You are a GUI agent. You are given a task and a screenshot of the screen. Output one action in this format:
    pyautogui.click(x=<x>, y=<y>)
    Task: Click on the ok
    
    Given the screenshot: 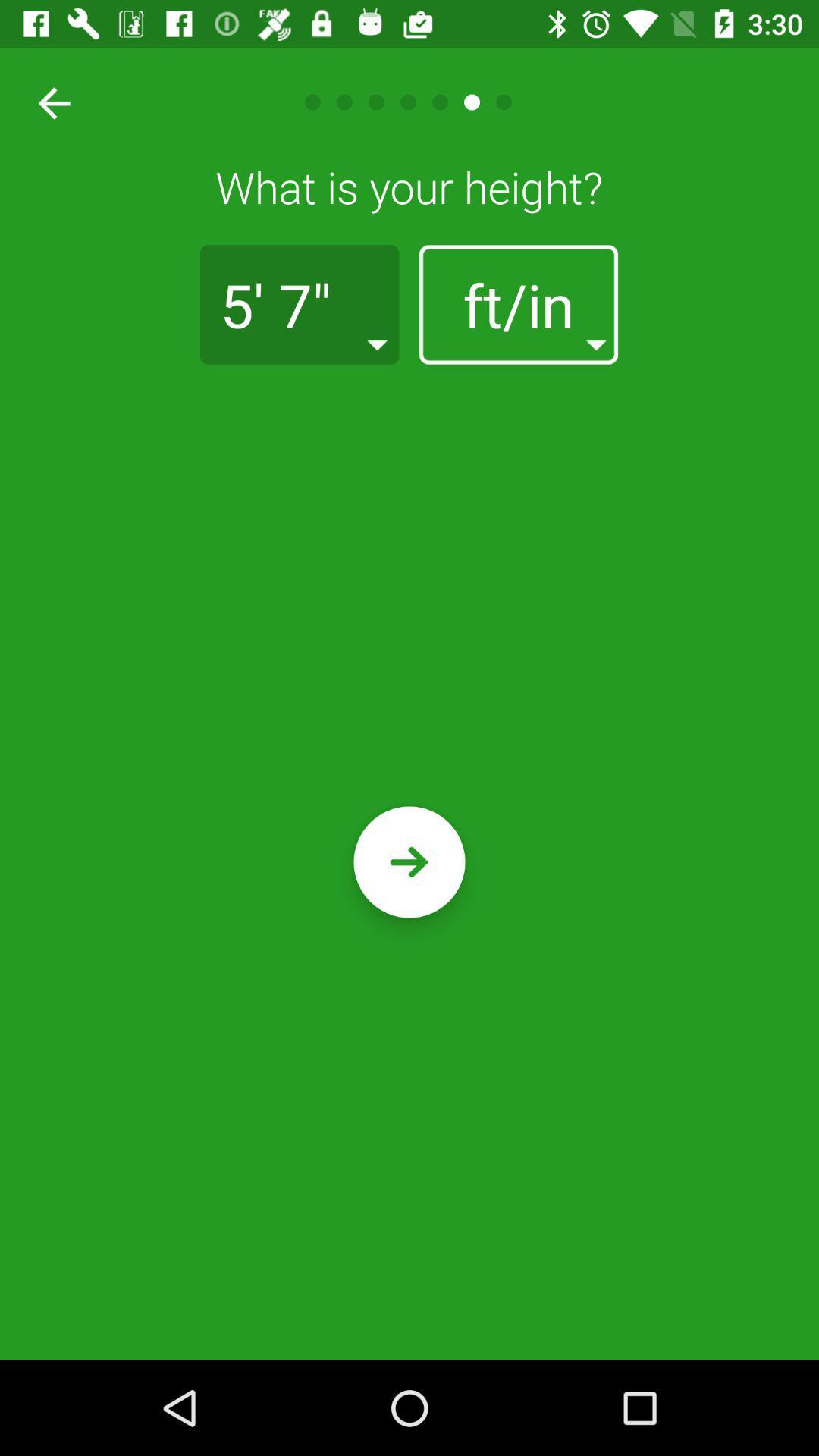 What is the action you would take?
    pyautogui.click(x=409, y=862)
    